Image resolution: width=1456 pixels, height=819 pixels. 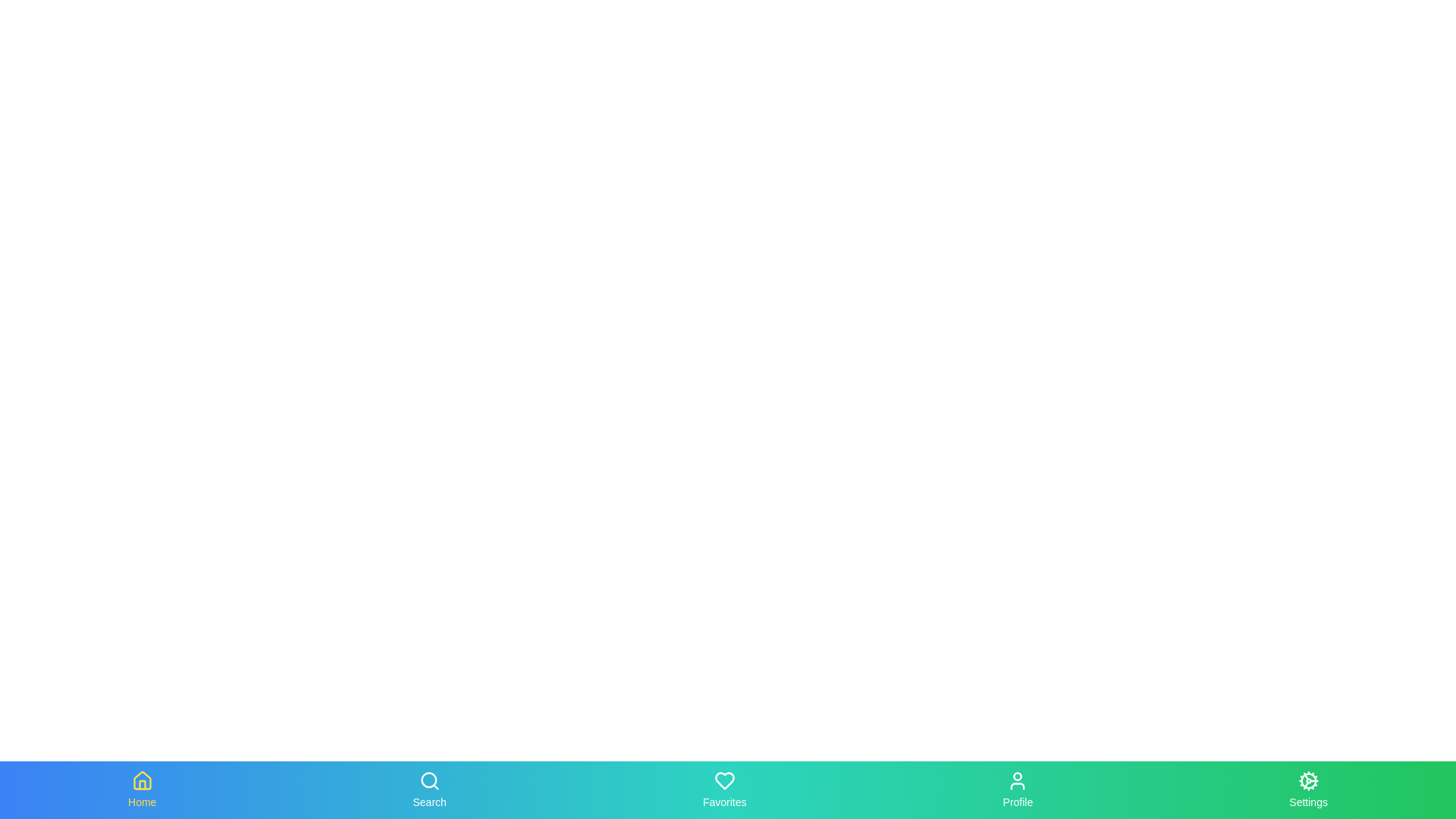 What do you see at coordinates (428, 789) in the screenshot?
I see `the Search tab in the bottom navigation` at bounding box center [428, 789].